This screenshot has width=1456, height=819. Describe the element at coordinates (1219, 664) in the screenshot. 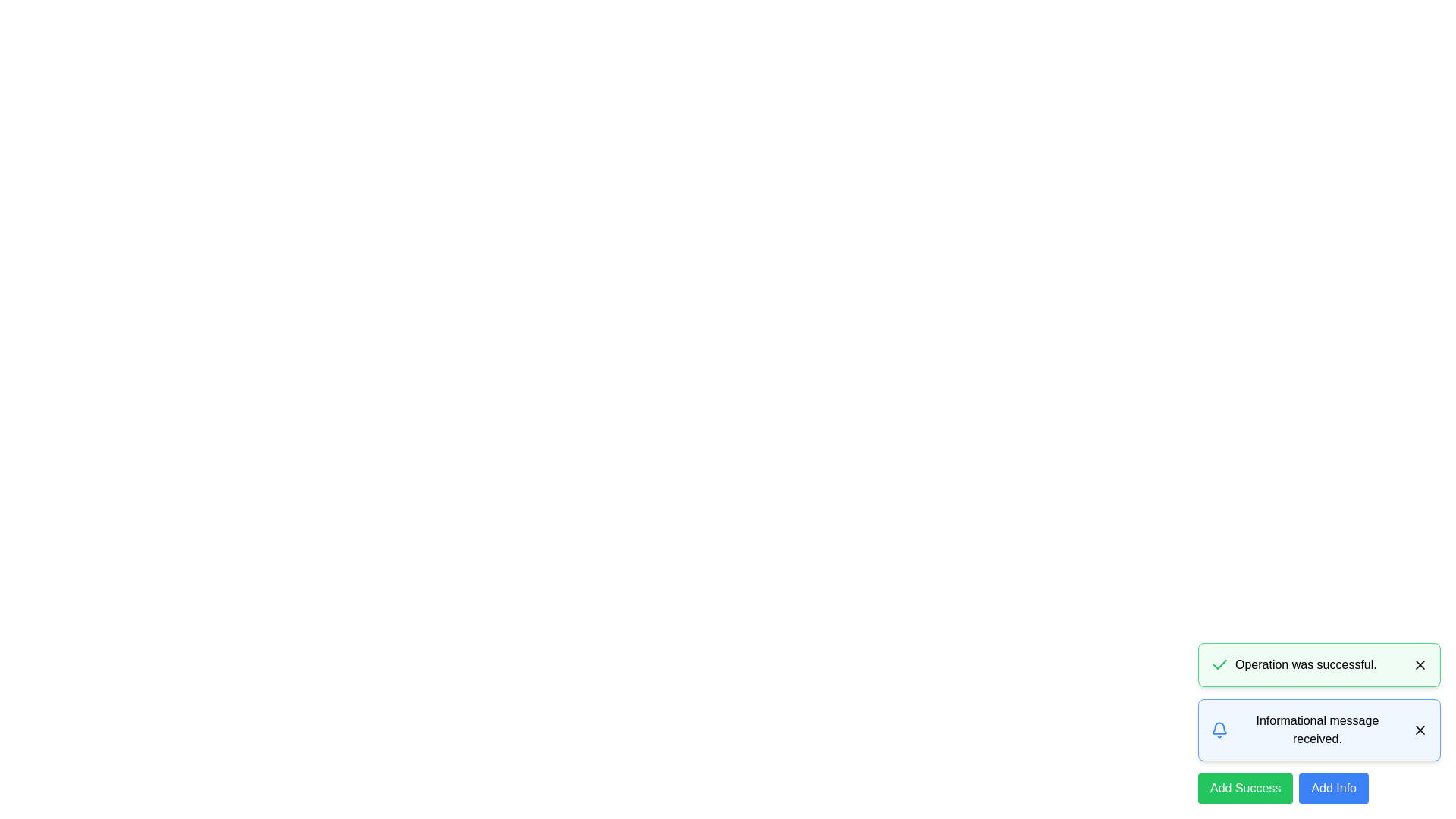

I see `the status indicated by the green checkmark icon located to the left of the text 'Operation was successful.'` at that location.